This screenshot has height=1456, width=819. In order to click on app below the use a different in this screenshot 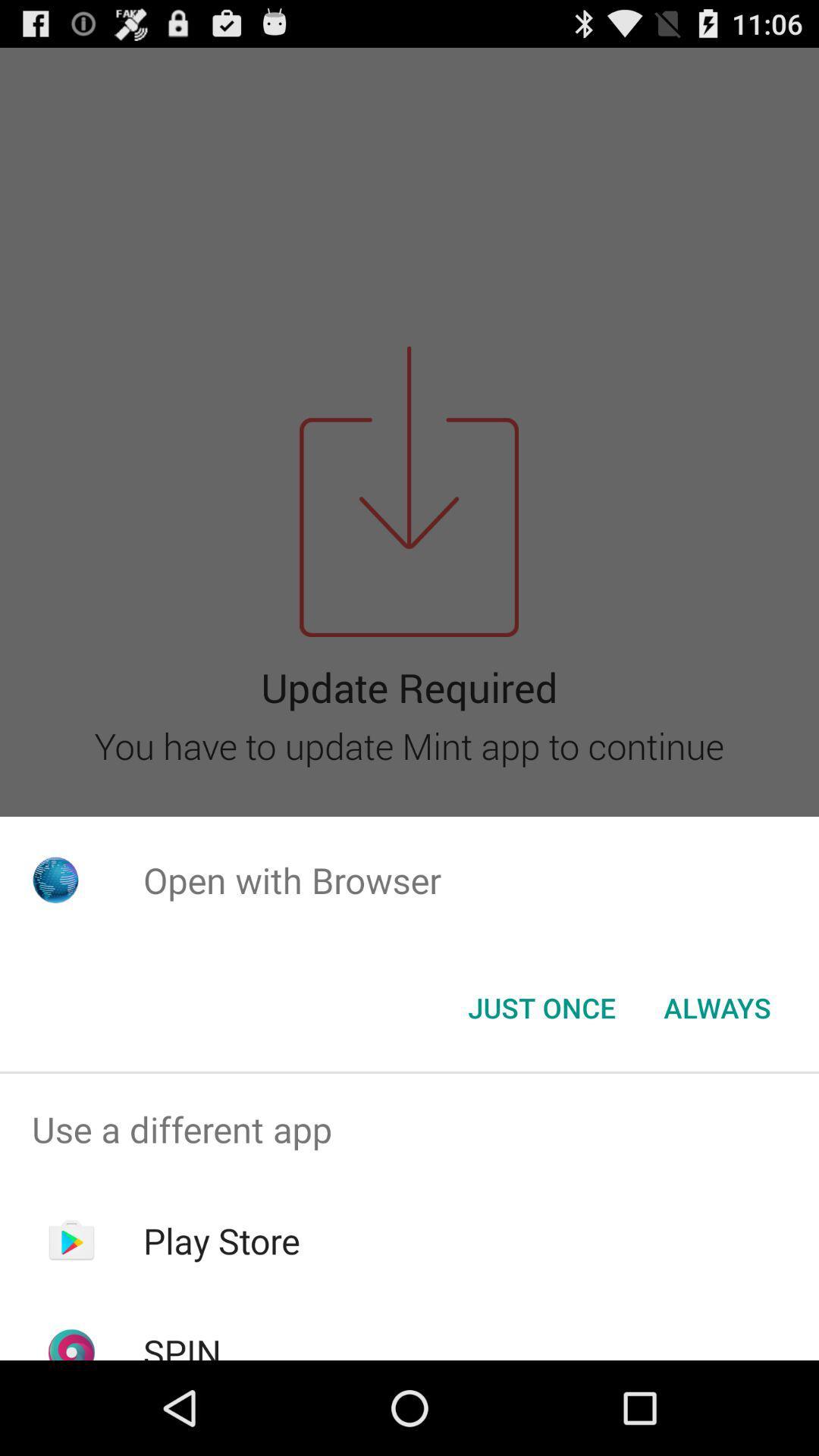, I will do `click(221, 1241)`.